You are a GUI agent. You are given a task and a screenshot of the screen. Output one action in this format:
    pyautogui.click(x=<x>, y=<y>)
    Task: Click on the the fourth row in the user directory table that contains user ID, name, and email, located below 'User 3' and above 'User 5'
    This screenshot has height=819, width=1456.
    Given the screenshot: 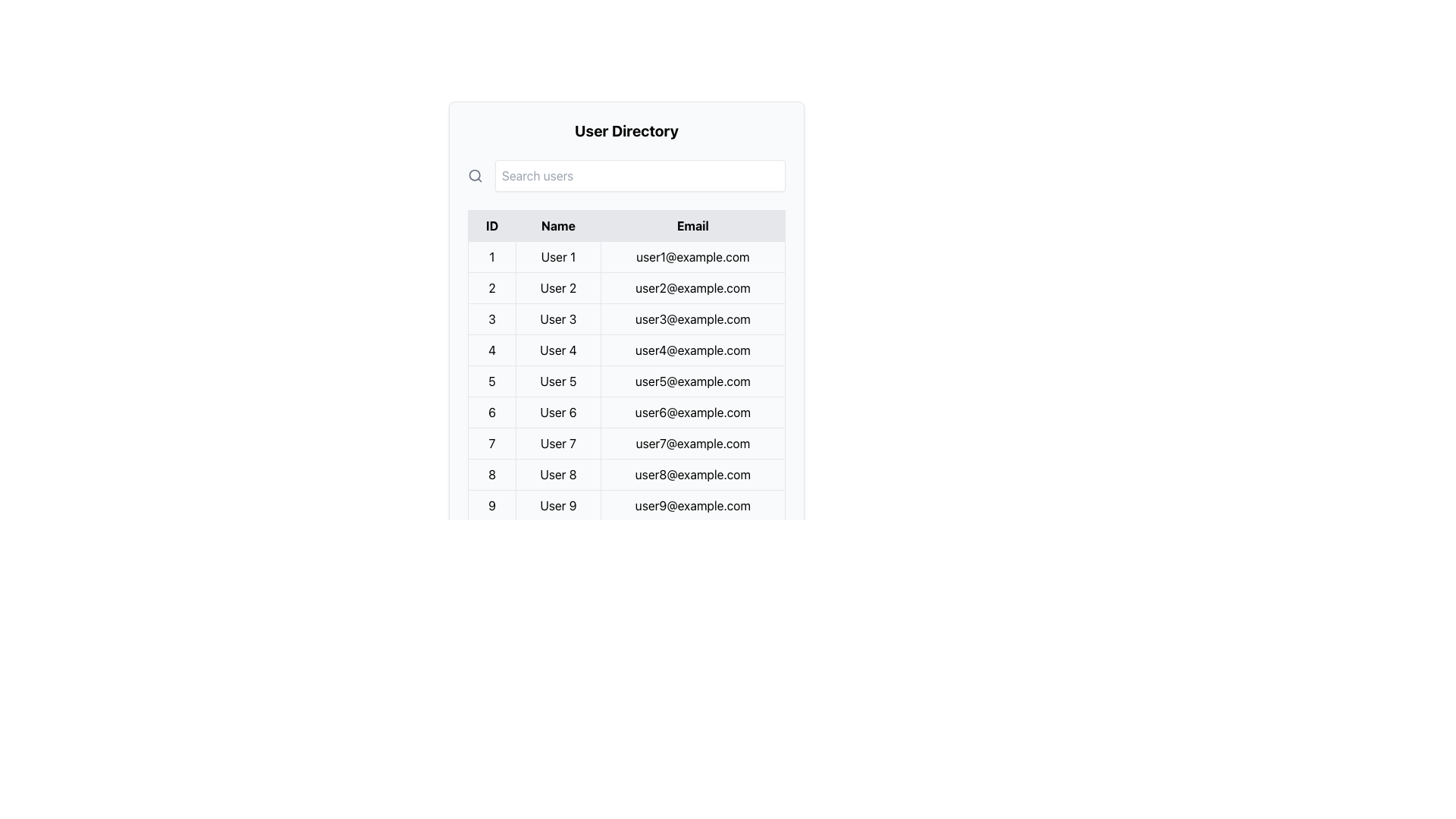 What is the action you would take?
    pyautogui.click(x=626, y=350)
    